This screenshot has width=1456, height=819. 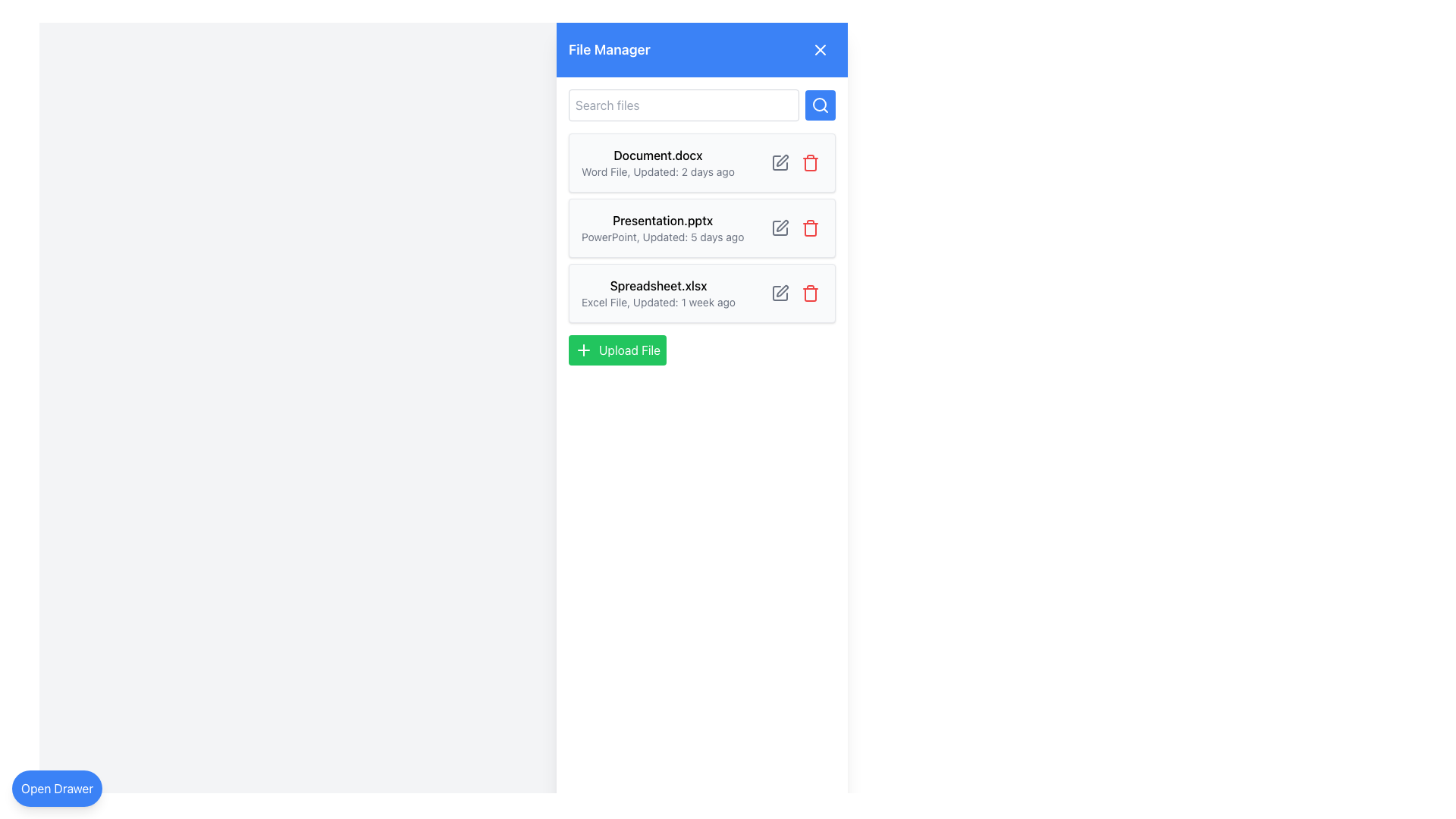 What do you see at coordinates (782, 161) in the screenshot?
I see `the edit icon resembling an angled pen located to the right of 'Presentation.pptx' in the file management interface to invoke the edit action for the adjacent file` at bounding box center [782, 161].